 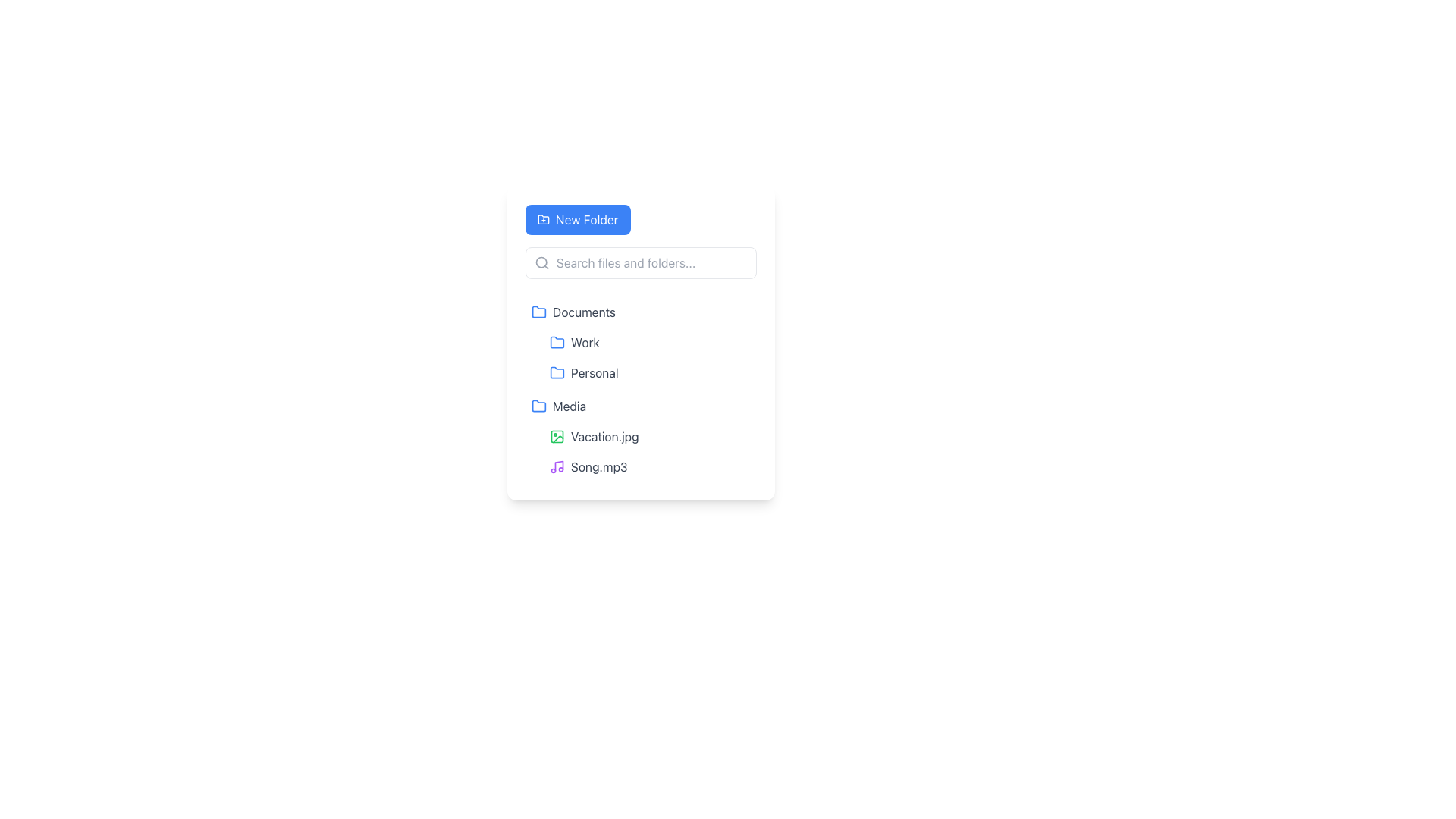 What do you see at coordinates (604, 436) in the screenshot?
I see `on the text label 'Vacation.jpg' which is styled in gray and is located beside the green icon in the Media folder` at bounding box center [604, 436].